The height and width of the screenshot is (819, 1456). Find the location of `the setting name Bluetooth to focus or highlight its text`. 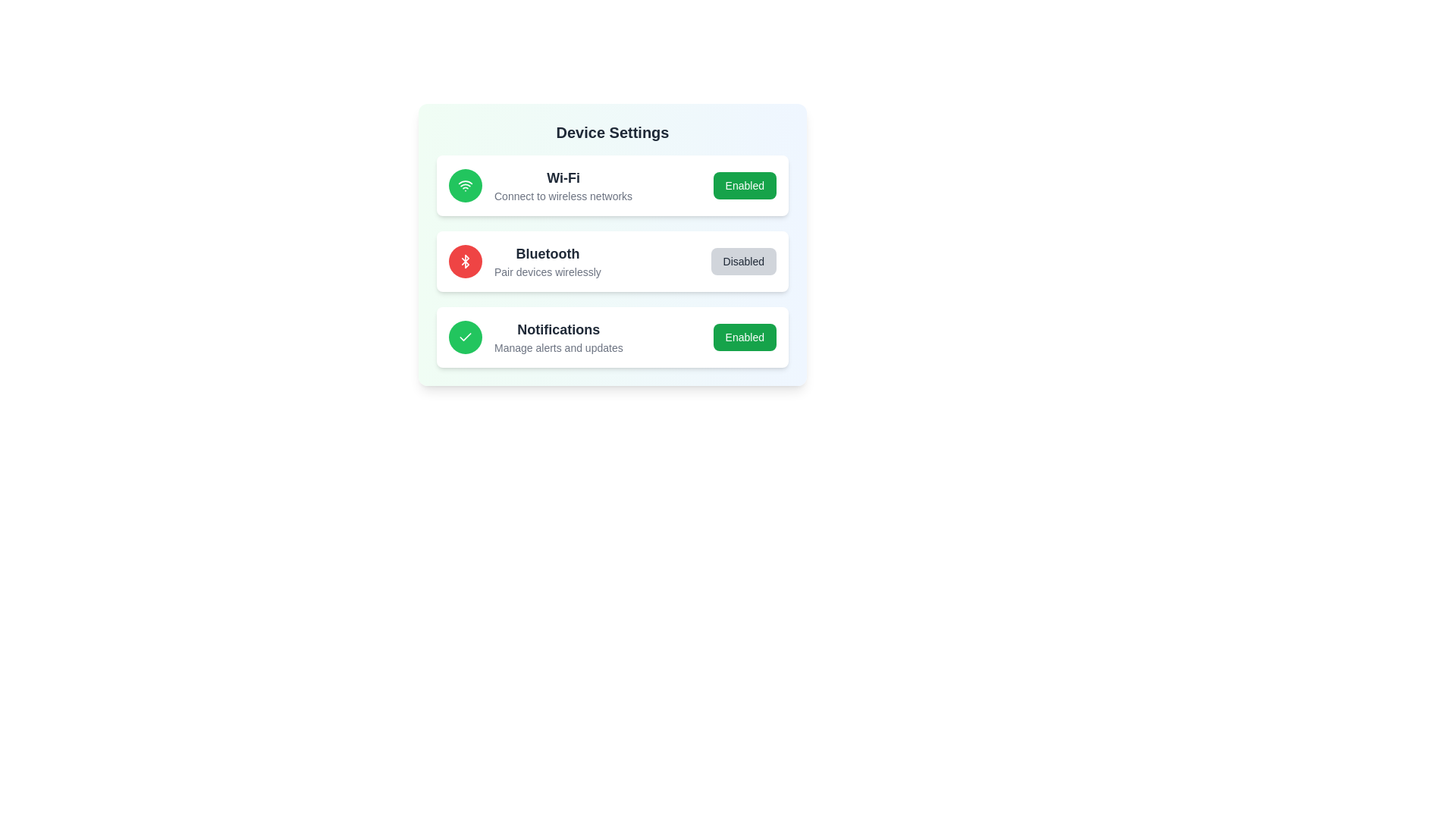

the setting name Bluetooth to focus or highlight its text is located at coordinates (547, 253).